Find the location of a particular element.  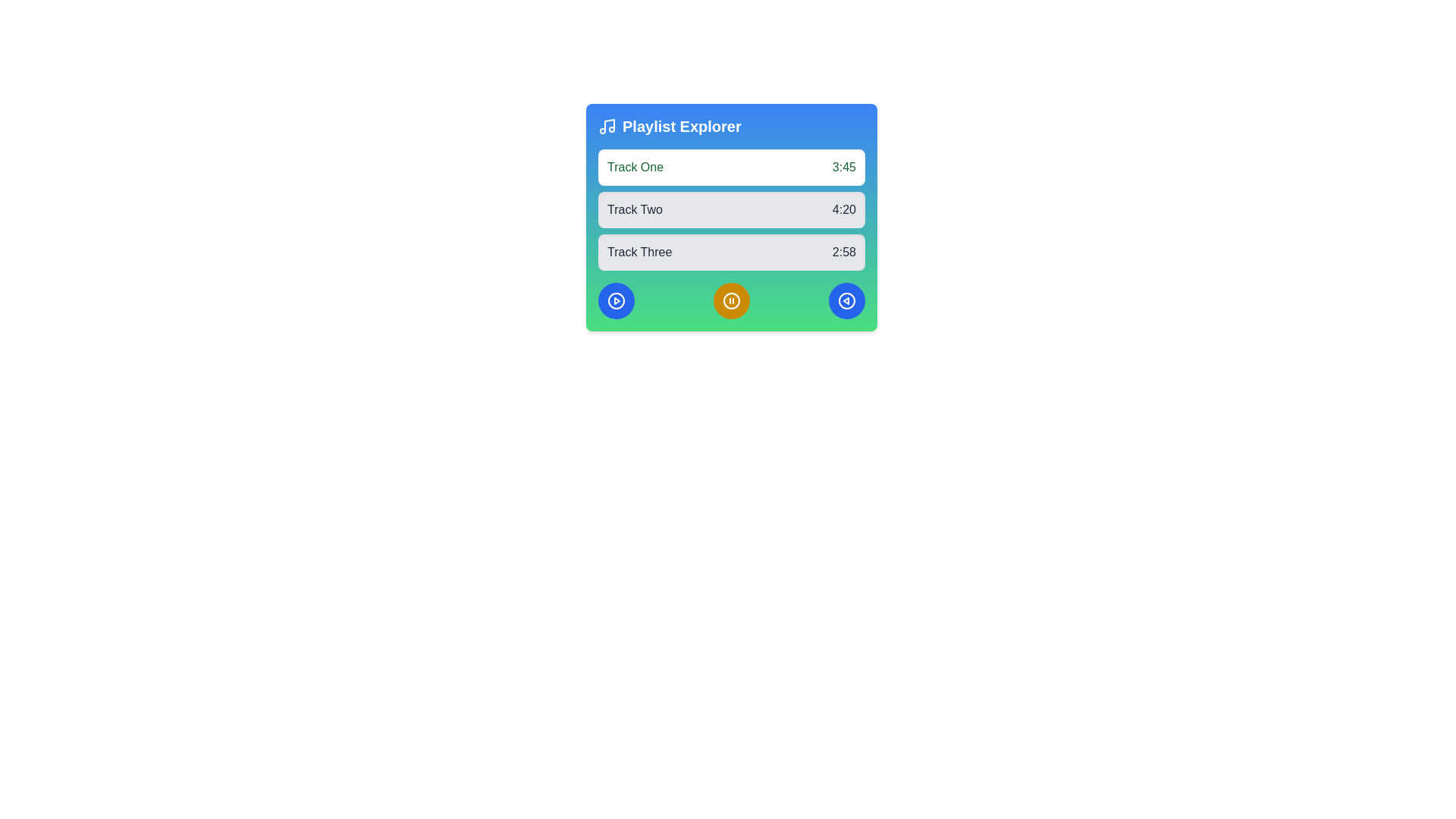

the second list item in the 'Playlist Explorer' that displays the title and duration of a track, located between 'Track One 3:45' and 'Track Three 2:58.' is located at coordinates (731, 210).